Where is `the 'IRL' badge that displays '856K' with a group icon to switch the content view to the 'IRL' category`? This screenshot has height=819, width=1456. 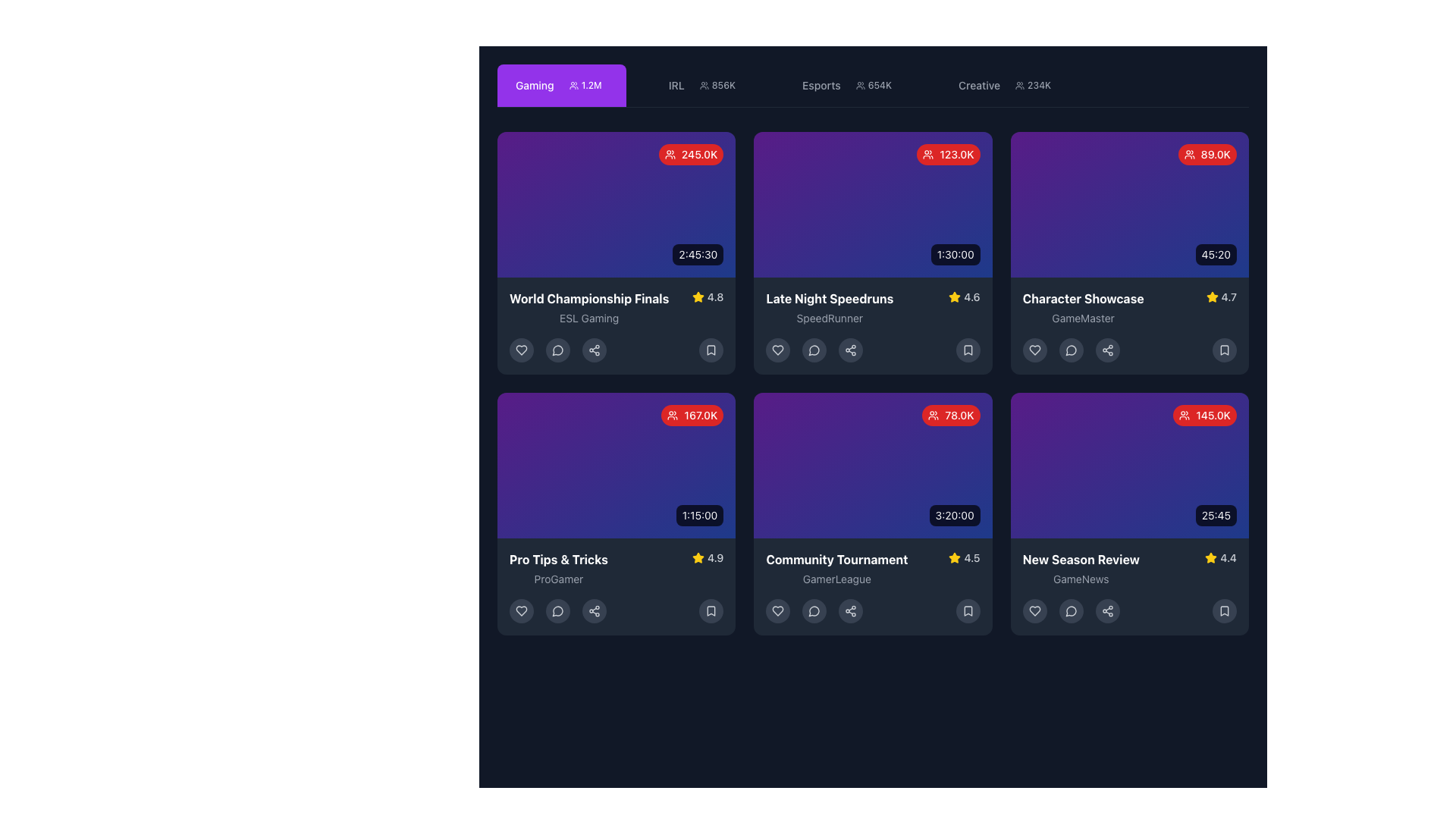 the 'IRL' badge that displays '856K' with a group icon to switch the content view to the 'IRL' category is located at coordinates (717, 85).